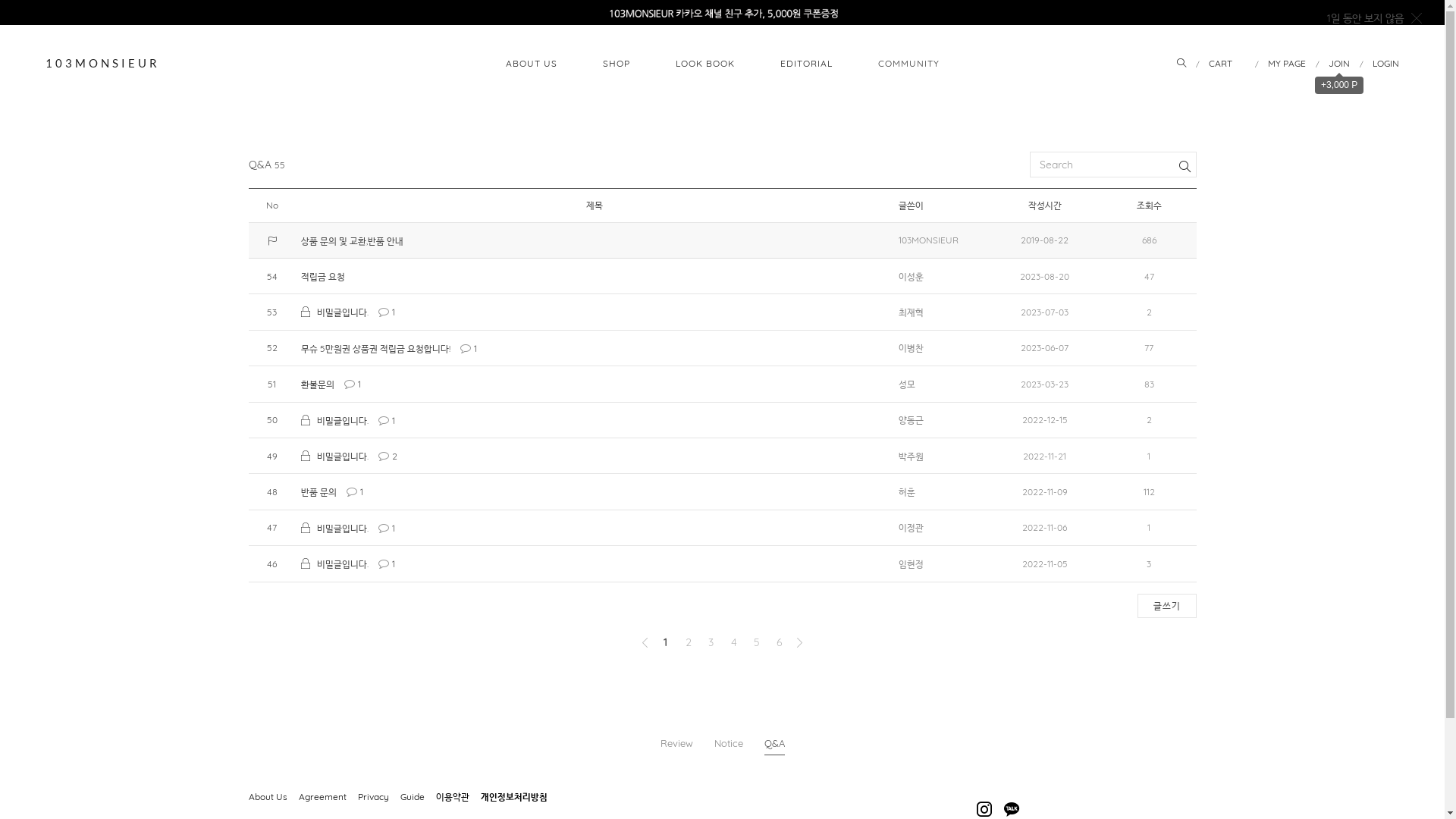 The width and height of the screenshot is (1456, 819). What do you see at coordinates (1385, 62) in the screenshot?
I see `'LOGIN'` at bounding box center [1385, 62].